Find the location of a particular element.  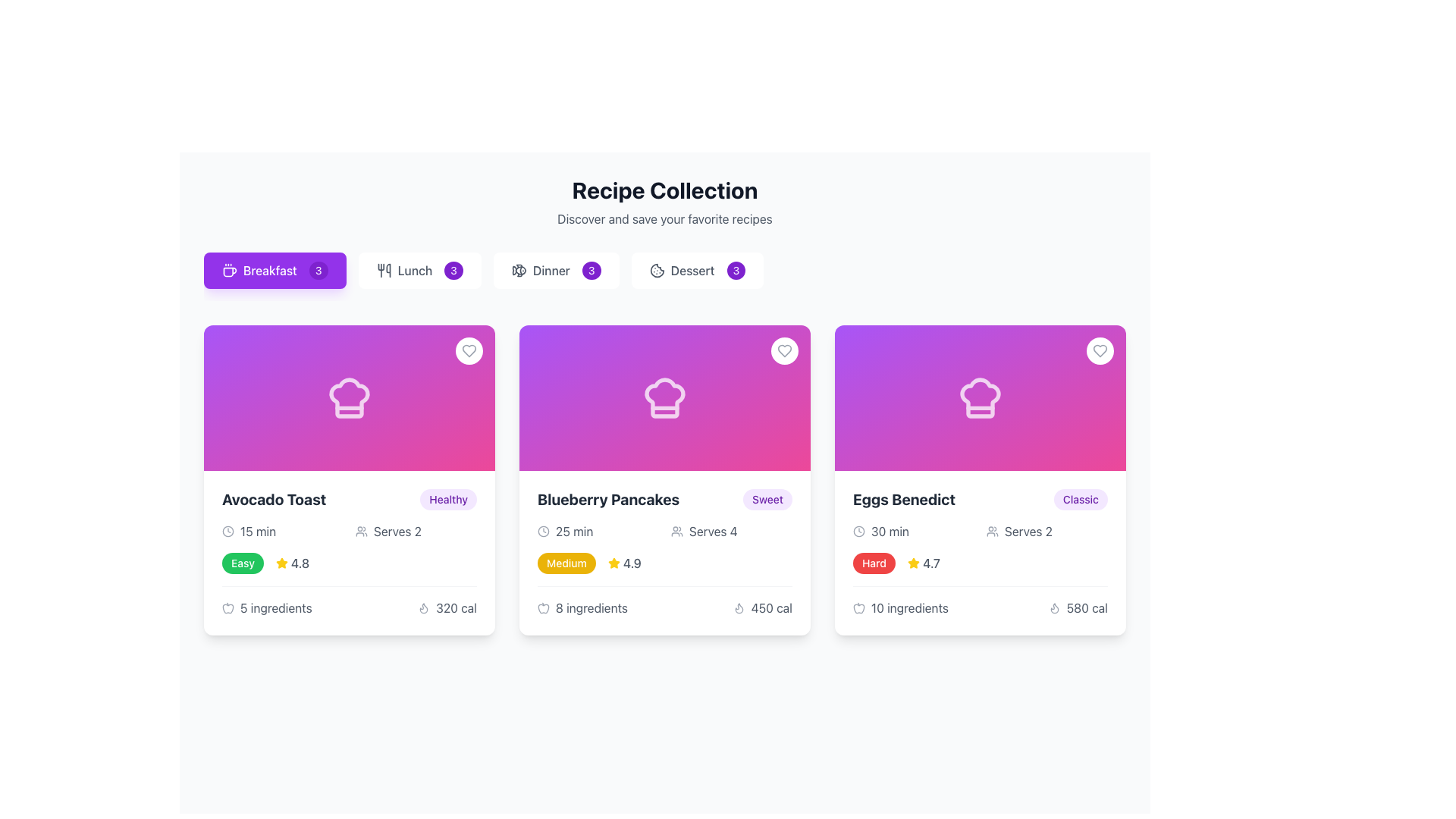

the cookie-shaped icon located within the 'Dessert' button in the toolbar section is located at coordinates (657, 270).